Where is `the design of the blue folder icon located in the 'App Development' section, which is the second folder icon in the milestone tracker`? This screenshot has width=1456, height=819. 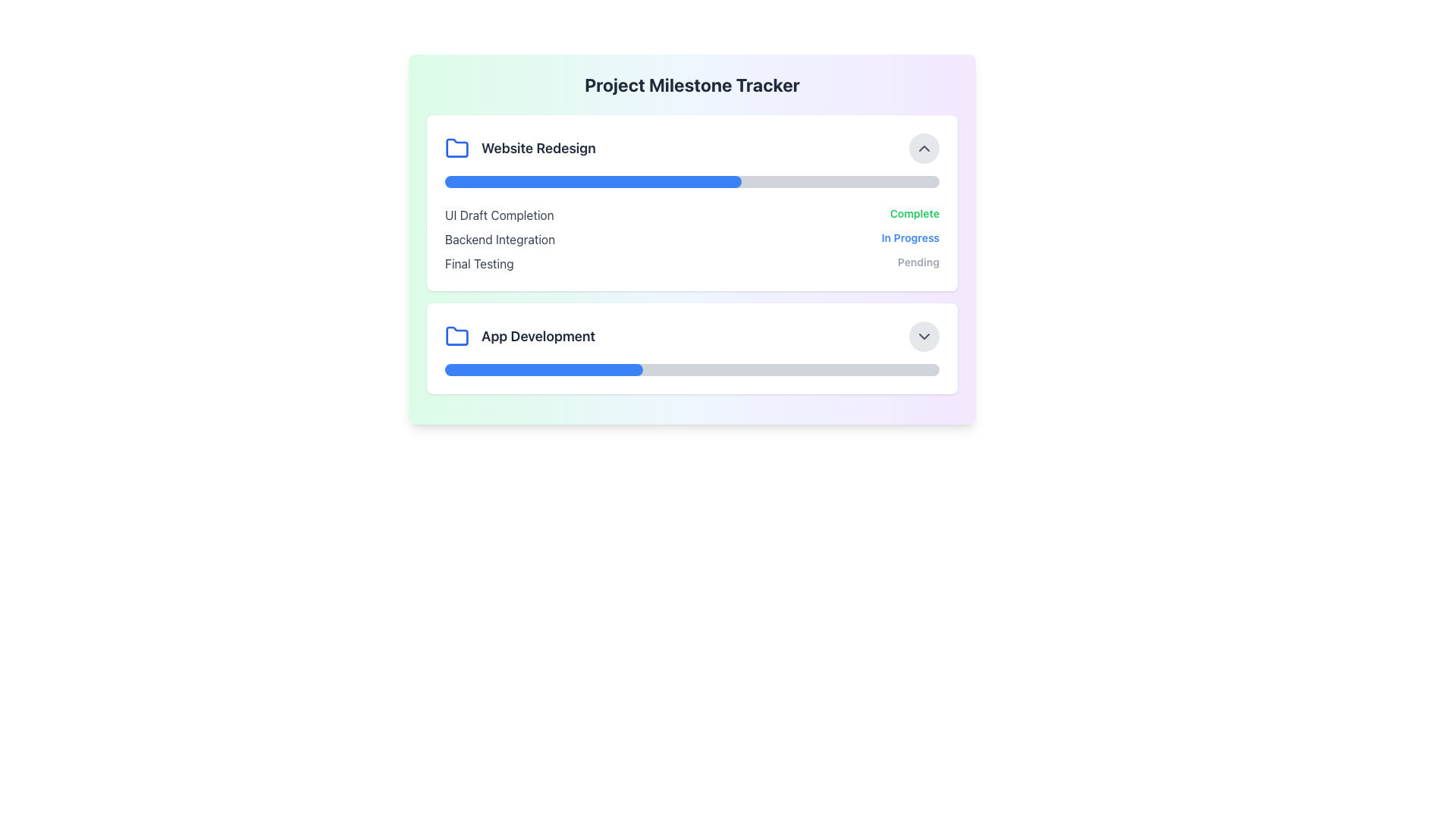 the design of the blue folder icon located in the 'App Development' section, which is the second folder icon in the milestone tracker is located at coordinates (457, 148).